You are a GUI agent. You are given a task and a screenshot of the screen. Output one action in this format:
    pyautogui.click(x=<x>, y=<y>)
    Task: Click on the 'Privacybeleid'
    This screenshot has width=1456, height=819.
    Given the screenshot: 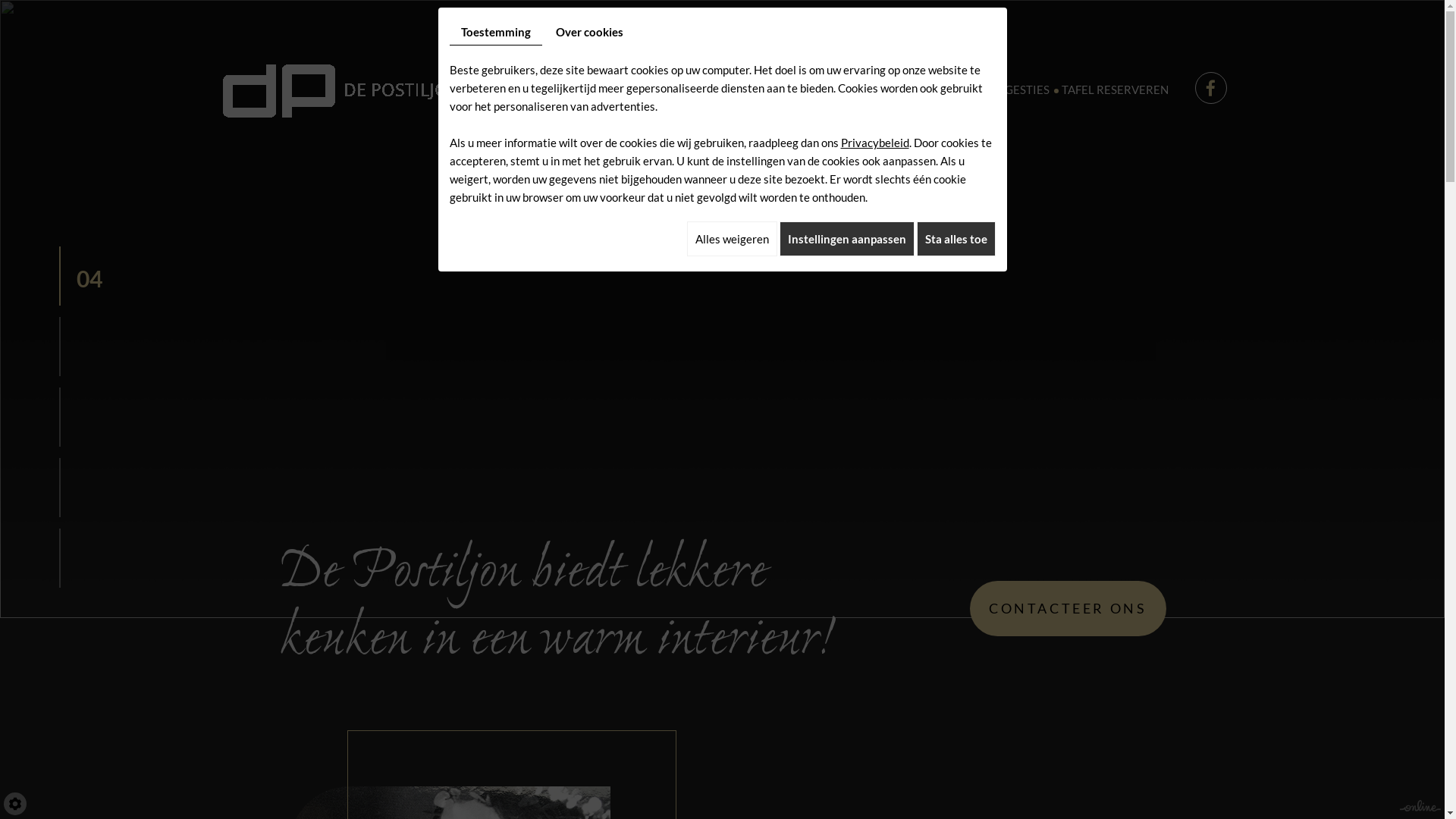 What is the action you would take?
    pyautogui.click(x=874, y=143)
    